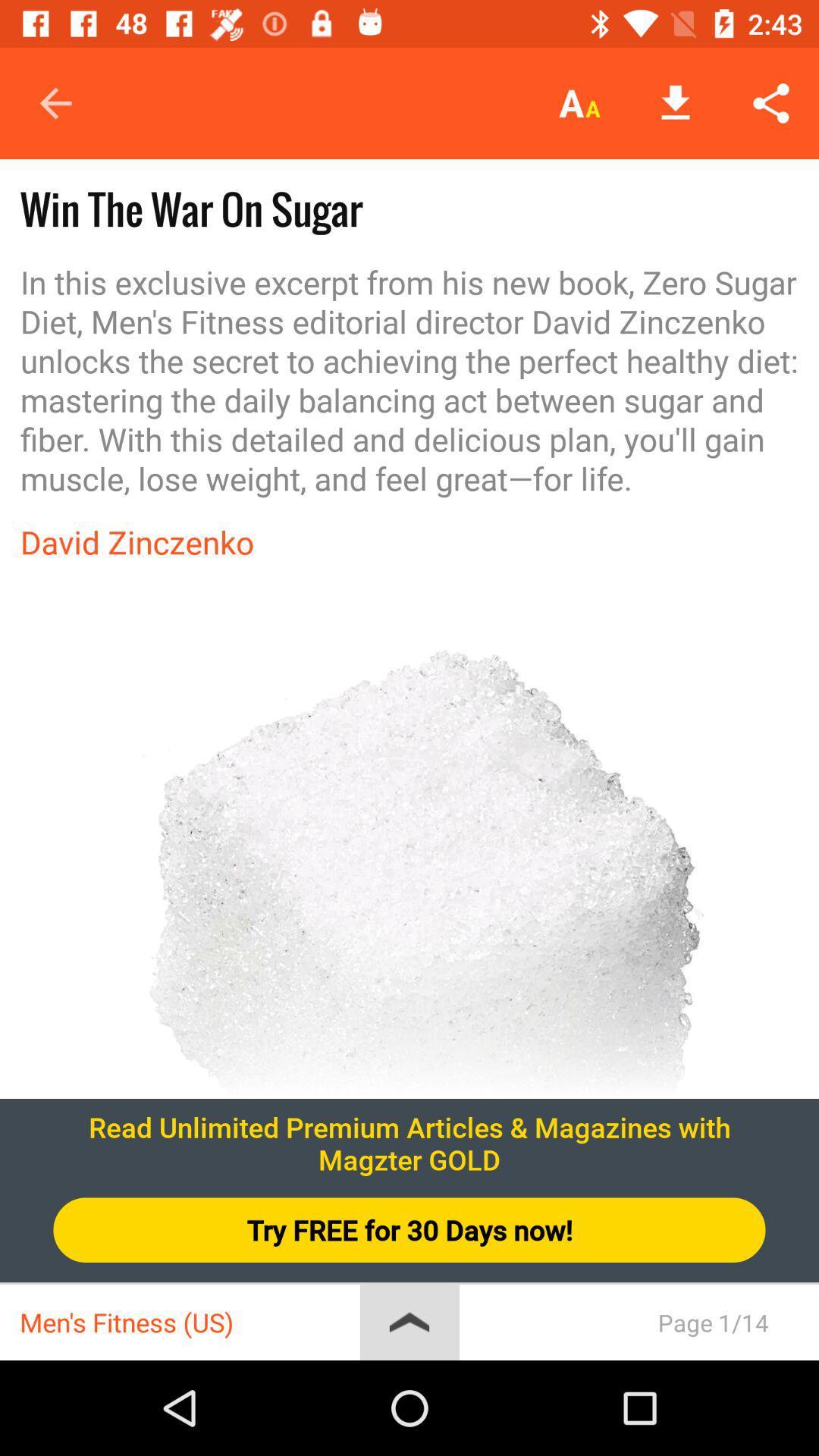 The height and width of the screenshot is (1456, 819). I want to click on the item at the center, so click(409, 937).